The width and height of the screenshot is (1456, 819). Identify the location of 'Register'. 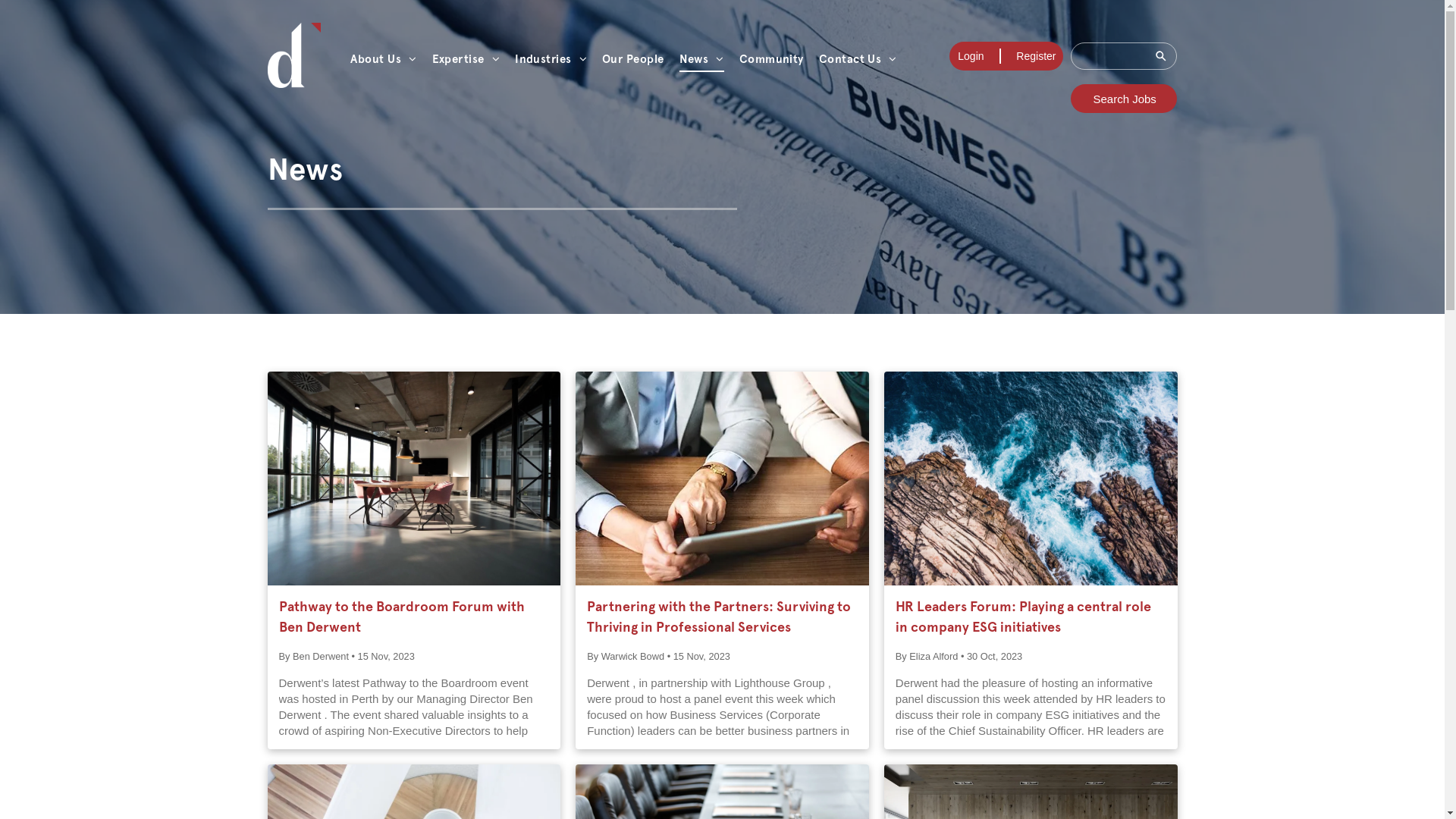
(1035, 55).